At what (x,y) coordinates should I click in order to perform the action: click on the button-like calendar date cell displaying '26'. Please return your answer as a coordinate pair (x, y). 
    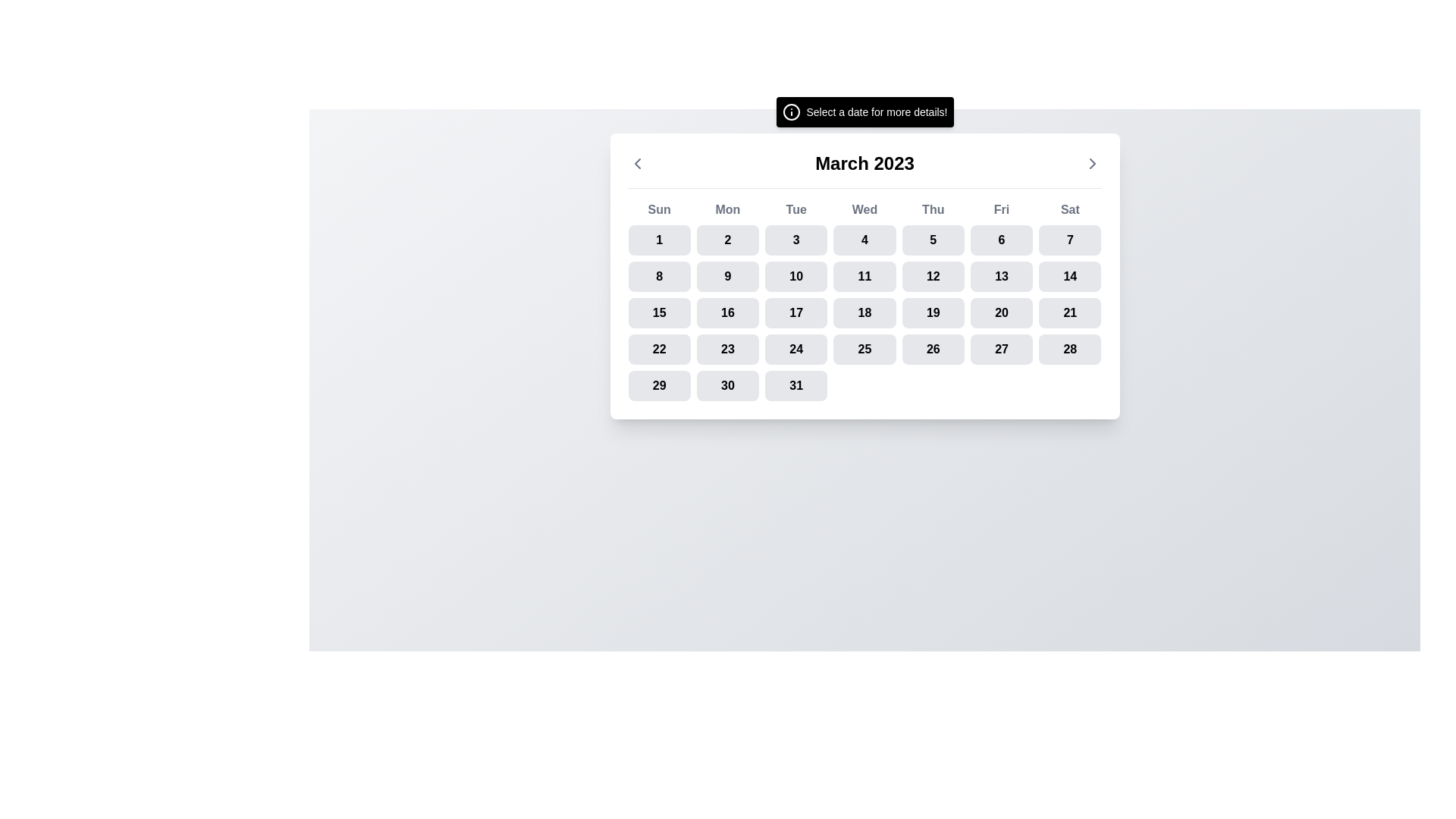
    Looking at the image, I should click on (932, 350).